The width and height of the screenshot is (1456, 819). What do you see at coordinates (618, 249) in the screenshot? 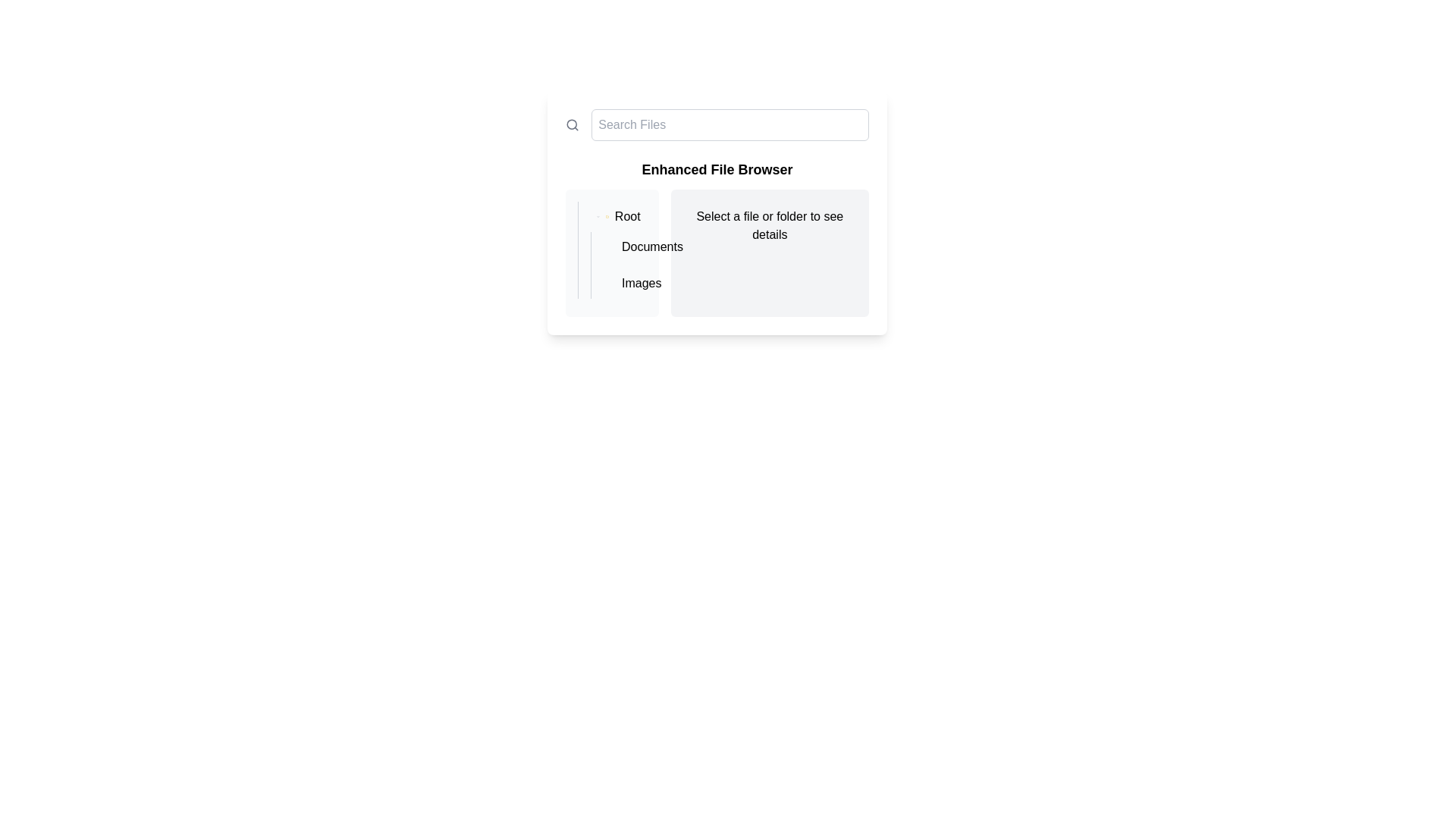
I see `the 'Documents' folder label in the file navigation interface` at bounding box center [618, 249].